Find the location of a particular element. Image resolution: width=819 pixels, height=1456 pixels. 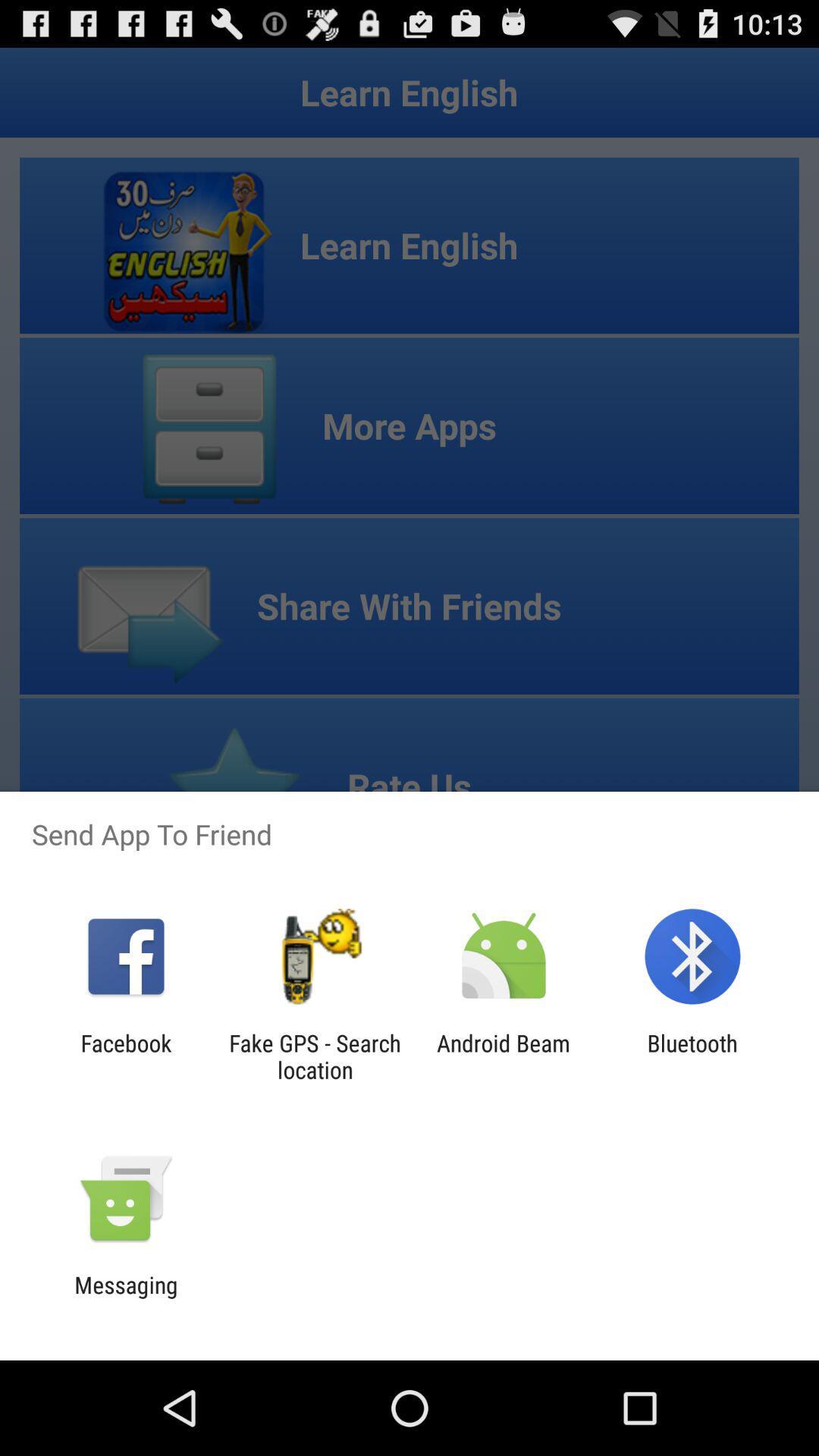

the item next to the fake gps search icon is located at coordinates (504, 1056).